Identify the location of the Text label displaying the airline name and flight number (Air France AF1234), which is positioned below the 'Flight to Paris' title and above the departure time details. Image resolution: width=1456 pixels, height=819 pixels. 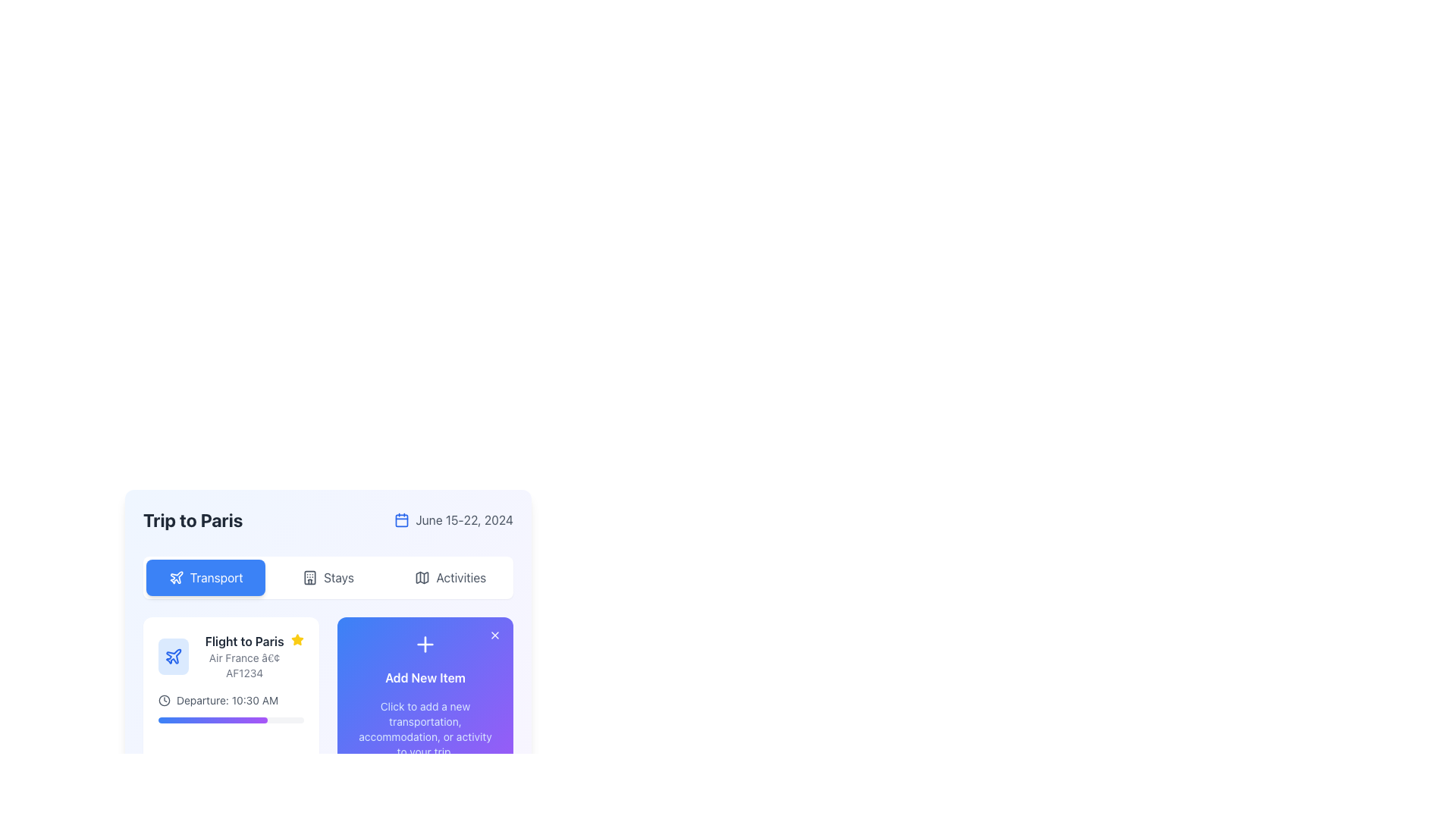
(244, 665).